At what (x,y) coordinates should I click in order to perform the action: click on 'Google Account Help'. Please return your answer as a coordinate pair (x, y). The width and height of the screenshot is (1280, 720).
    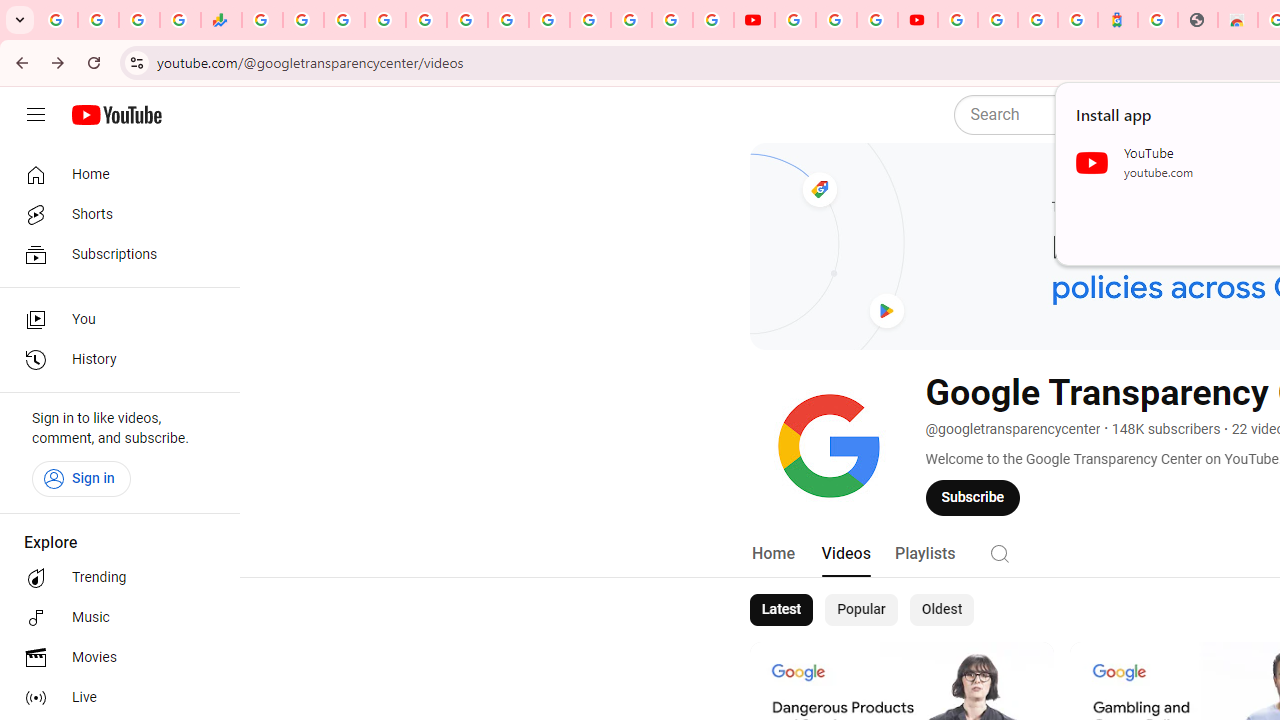
    Looking at the image, I should click on (836, 20).